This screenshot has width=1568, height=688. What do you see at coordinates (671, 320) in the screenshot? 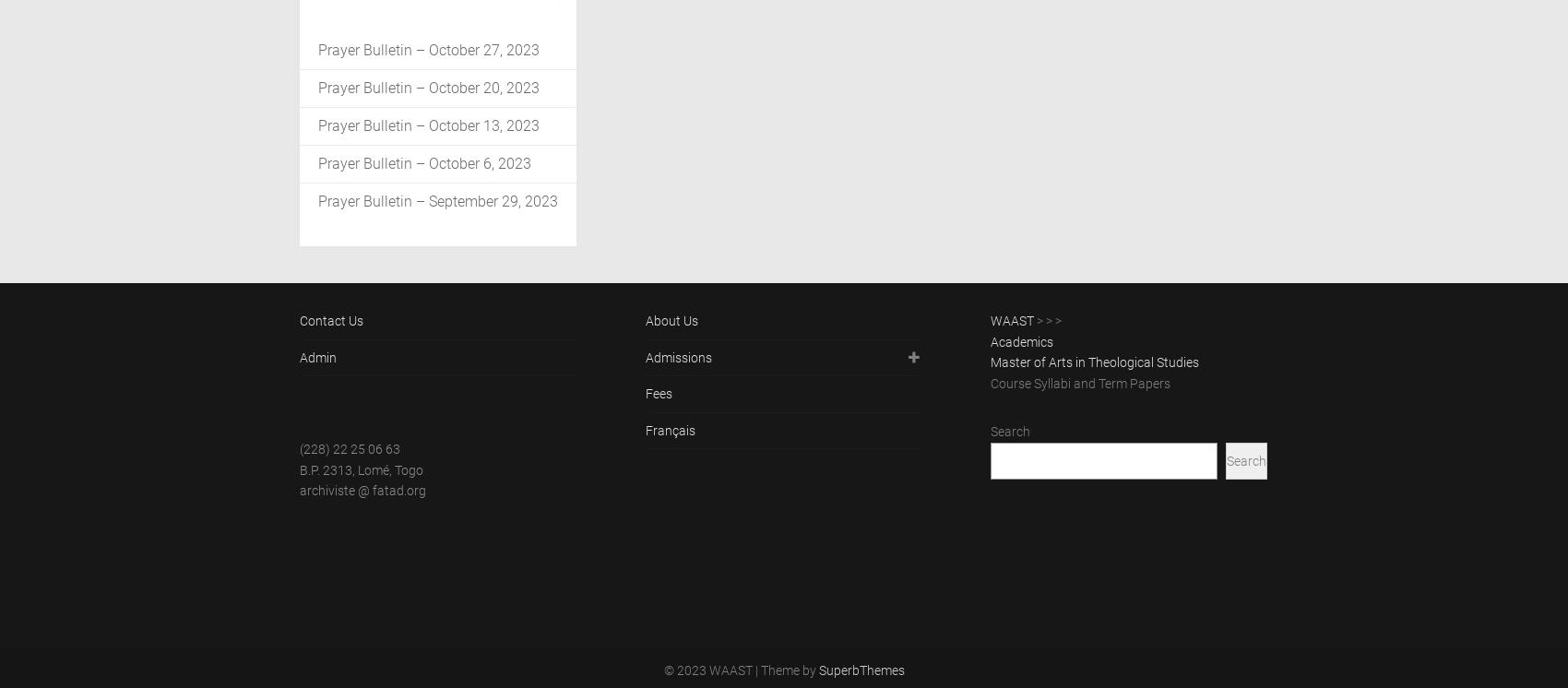
I see `'About Us'` at bounding box center [671, 320].